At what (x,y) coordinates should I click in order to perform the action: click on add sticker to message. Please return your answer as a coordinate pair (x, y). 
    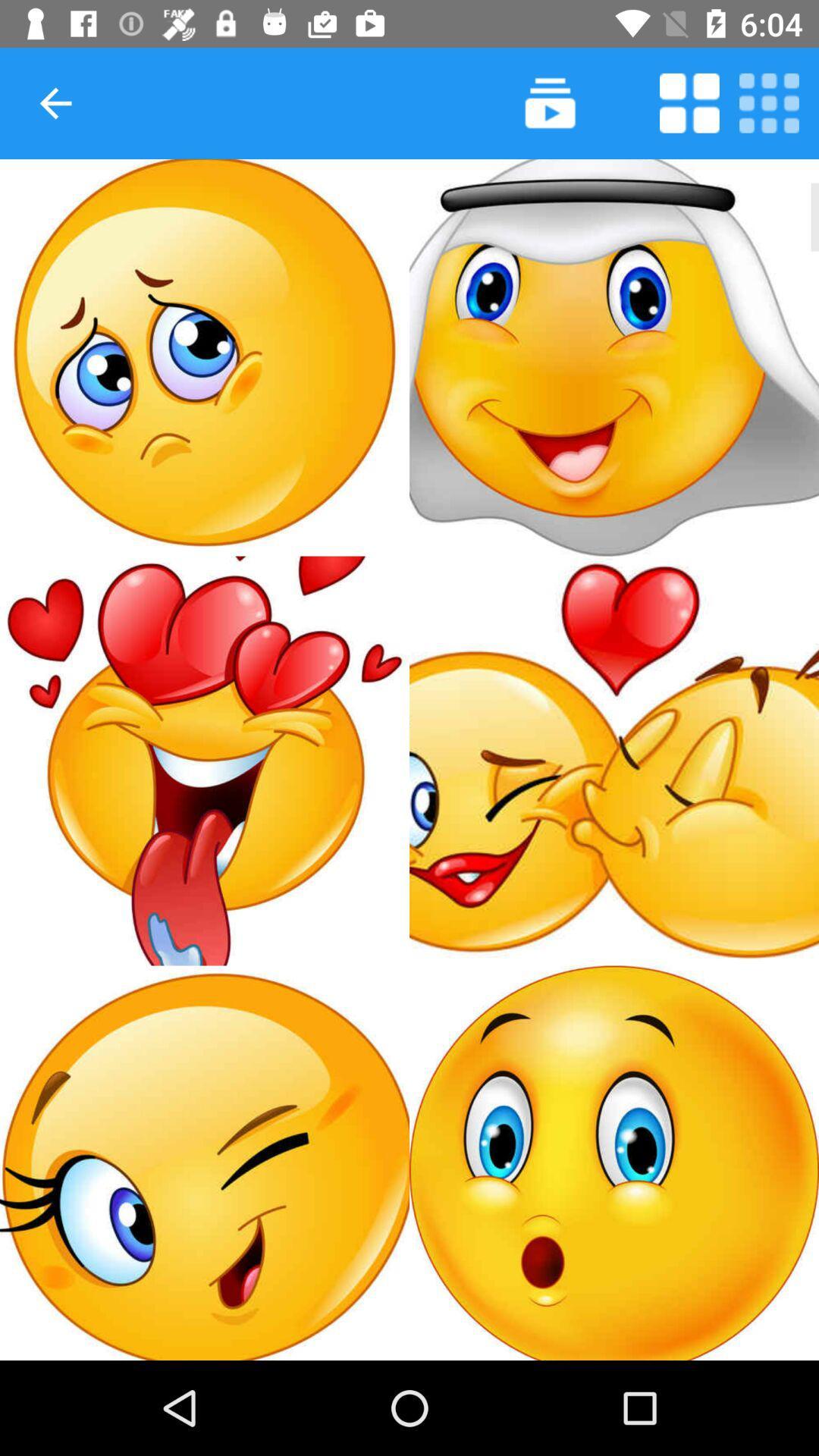
    Looking at the image, I should click on (205, 1162).